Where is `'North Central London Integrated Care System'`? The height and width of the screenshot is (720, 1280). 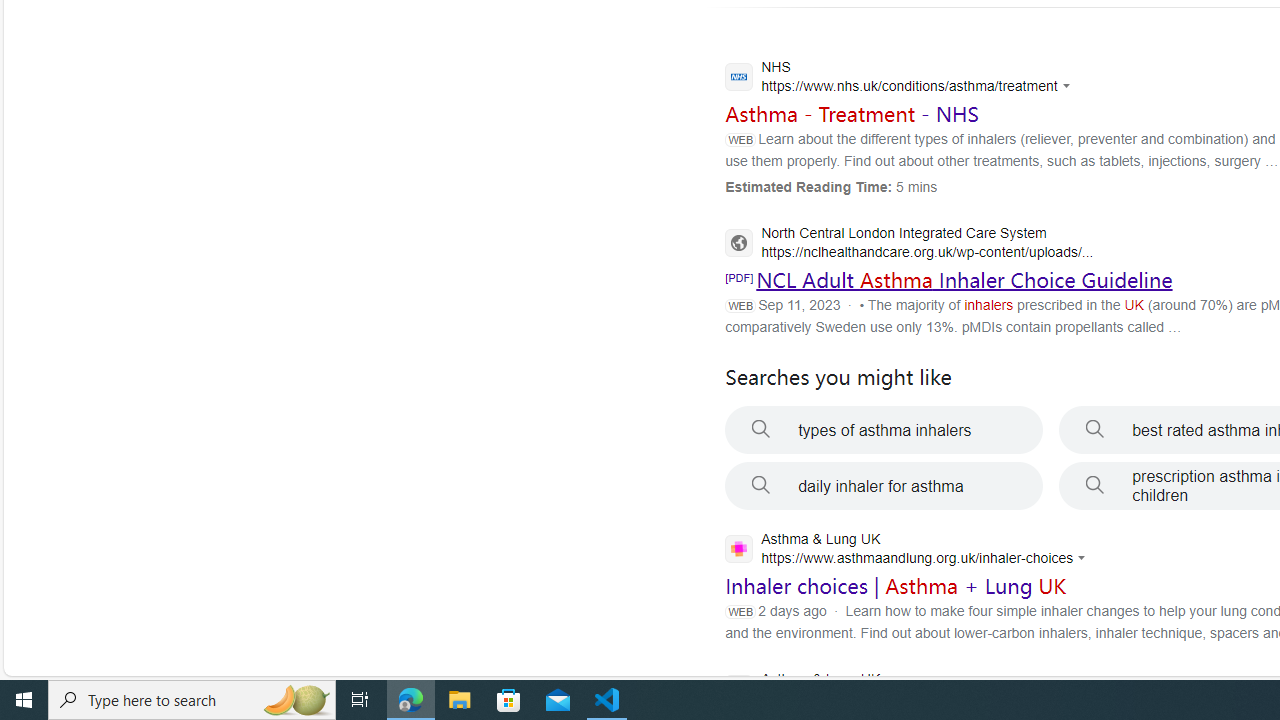
'North Central London Integrated Care System' is located at coordinates (908, 243).